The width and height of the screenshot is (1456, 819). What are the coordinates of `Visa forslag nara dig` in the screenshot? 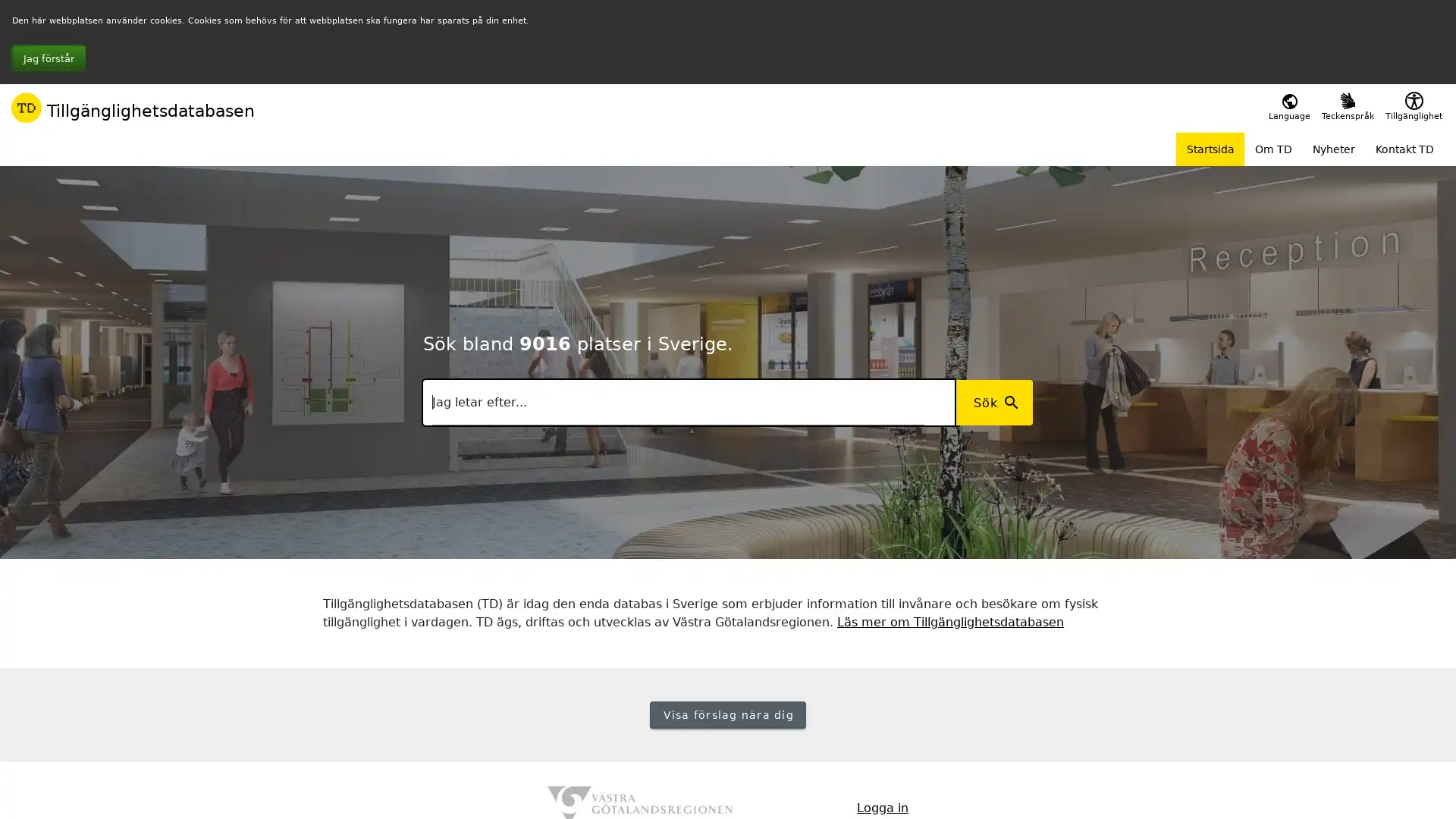 It's located at (726, 714).